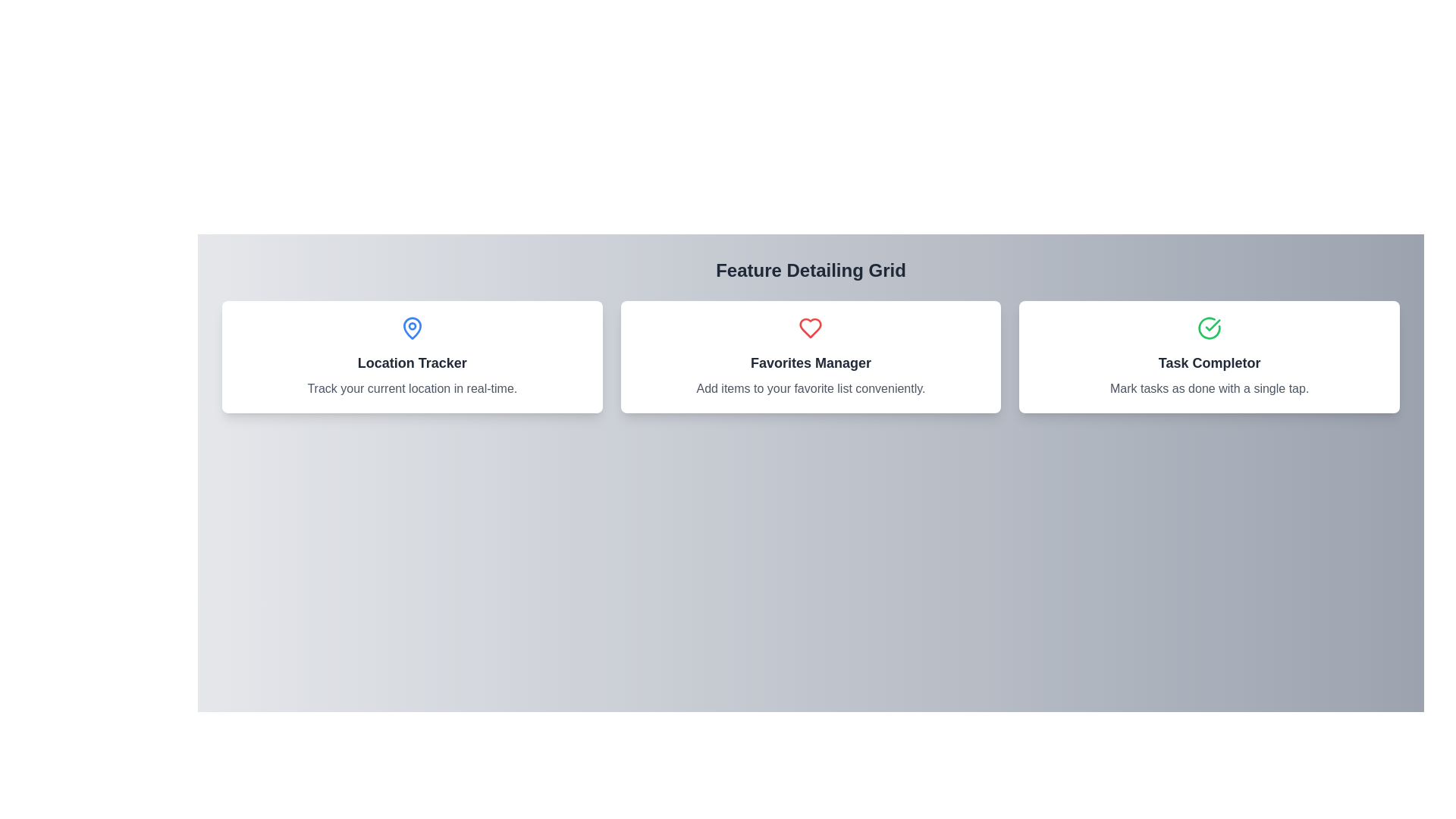  Describe the element at coordinates (1209, 388) in the screenshot. I see `the descriptive text element that provides additional details about the functionality of the 'Task Completor' feature, located below the 'Task Completor' title` at that location.